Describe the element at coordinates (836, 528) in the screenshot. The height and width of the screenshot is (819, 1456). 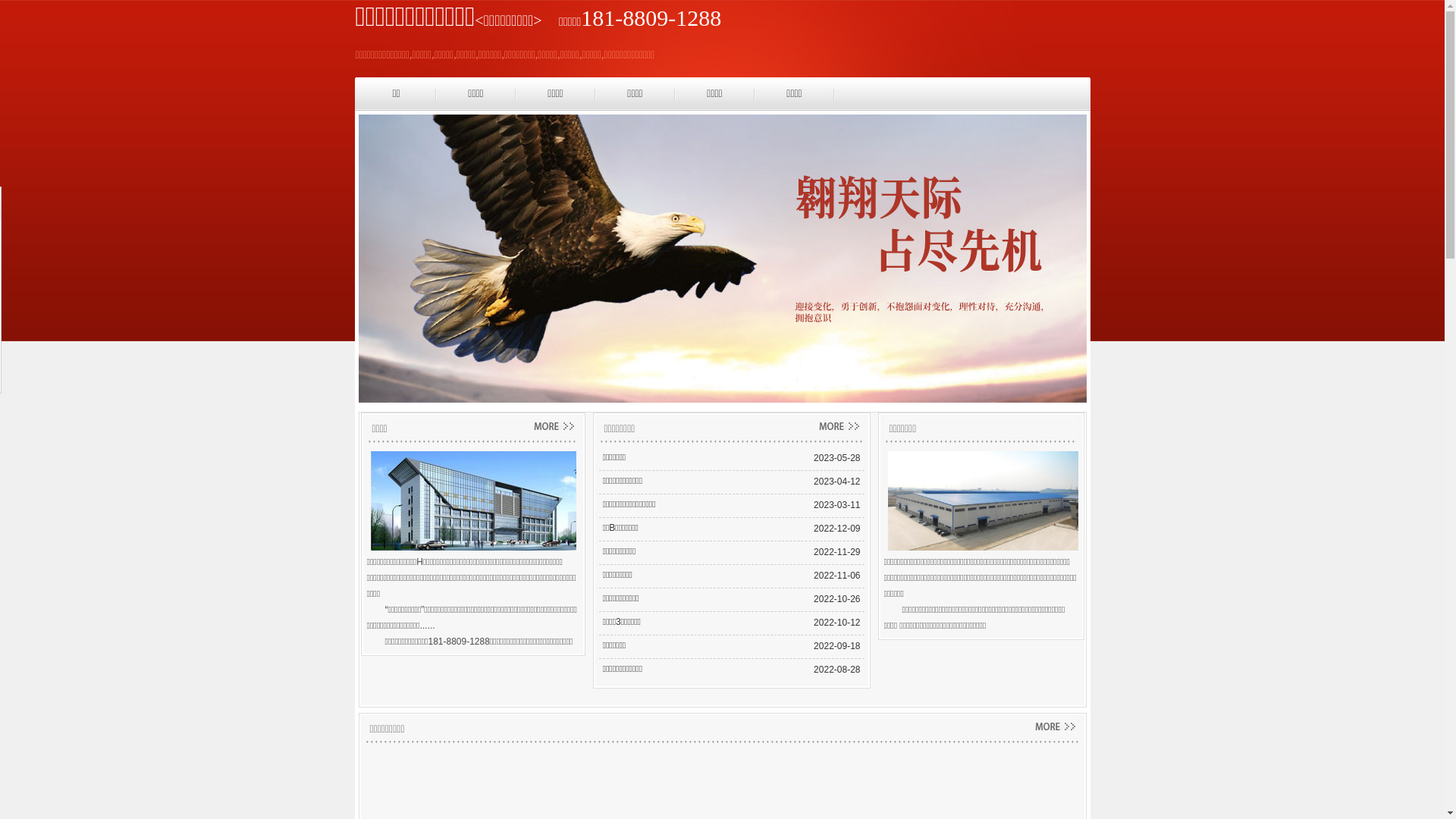
I see `'2022-12-09'` at that location.